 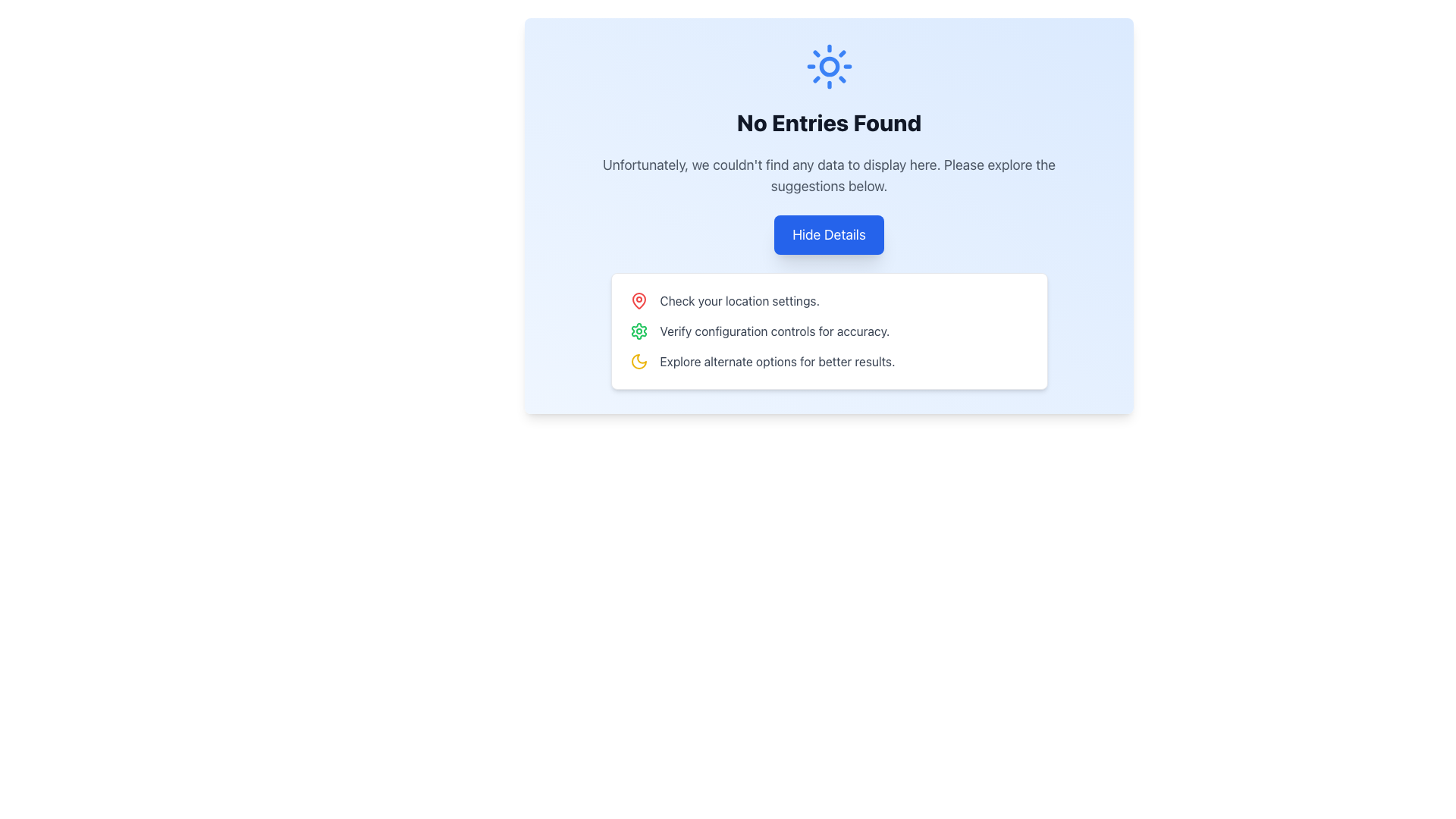 What do you see at coordinates (639, 330) in the screenshot?
I see `the settings icon located in the suggestion box, which is positioned to the left of the text 'Verify configuration controls for accuracy.'` at bounding box center [639, 330].